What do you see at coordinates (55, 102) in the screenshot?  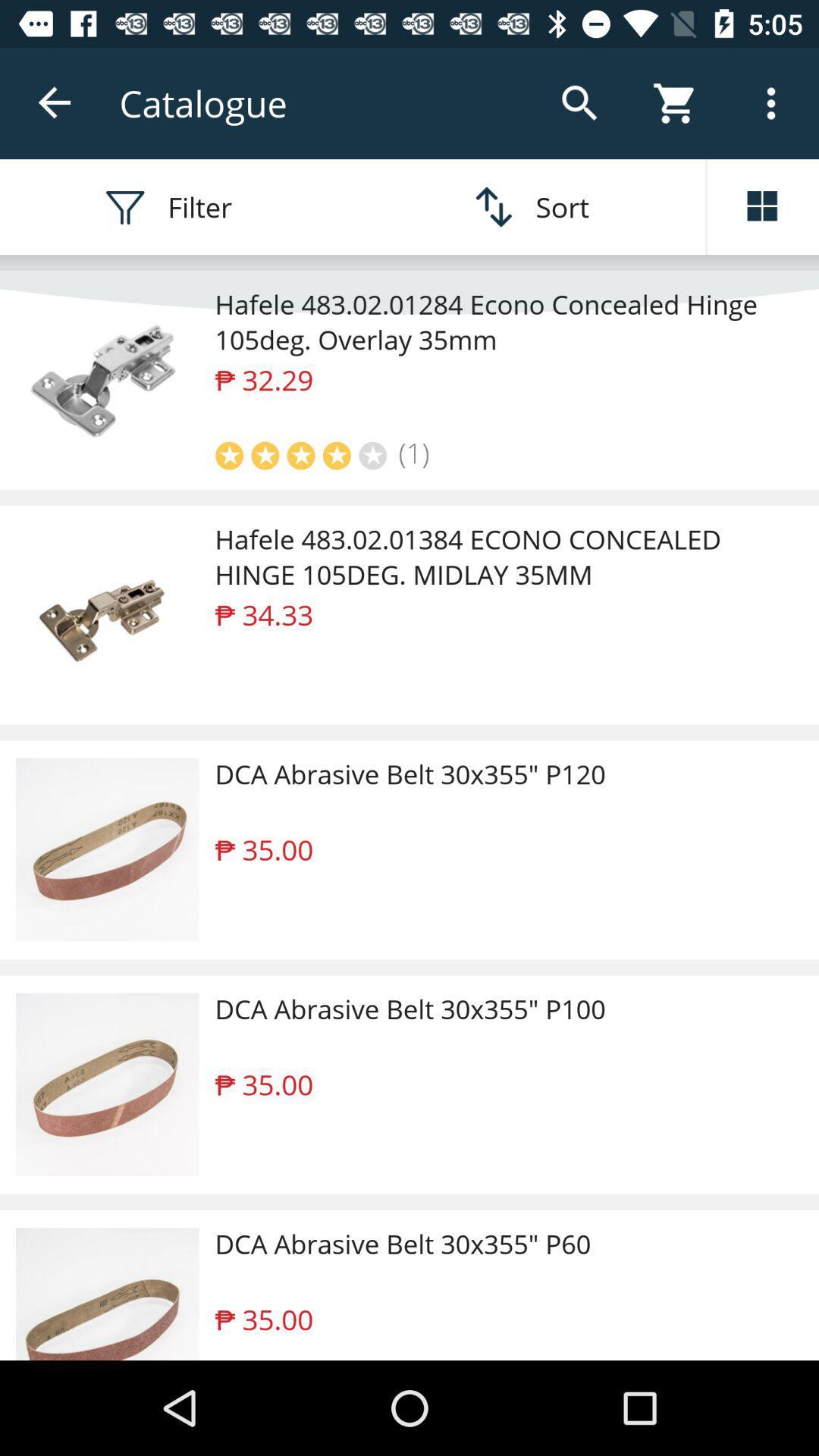 I see `back` at bounding box center [55, 102].